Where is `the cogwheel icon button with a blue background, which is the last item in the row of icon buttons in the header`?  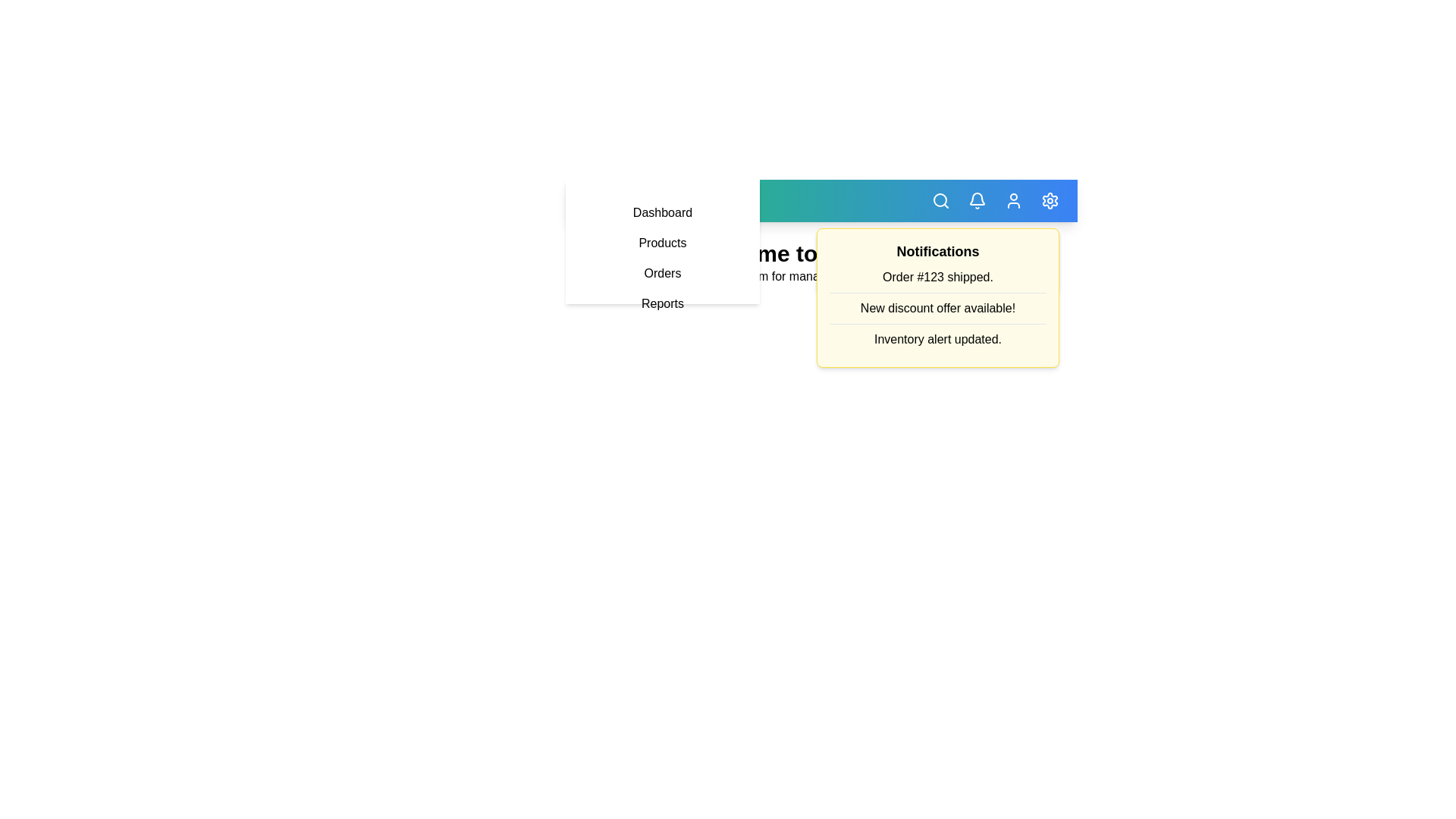 the cogwheel icon button with a blue background, which is the last item in the row of icon buttons in the header is located at coordinates (1050, 200).